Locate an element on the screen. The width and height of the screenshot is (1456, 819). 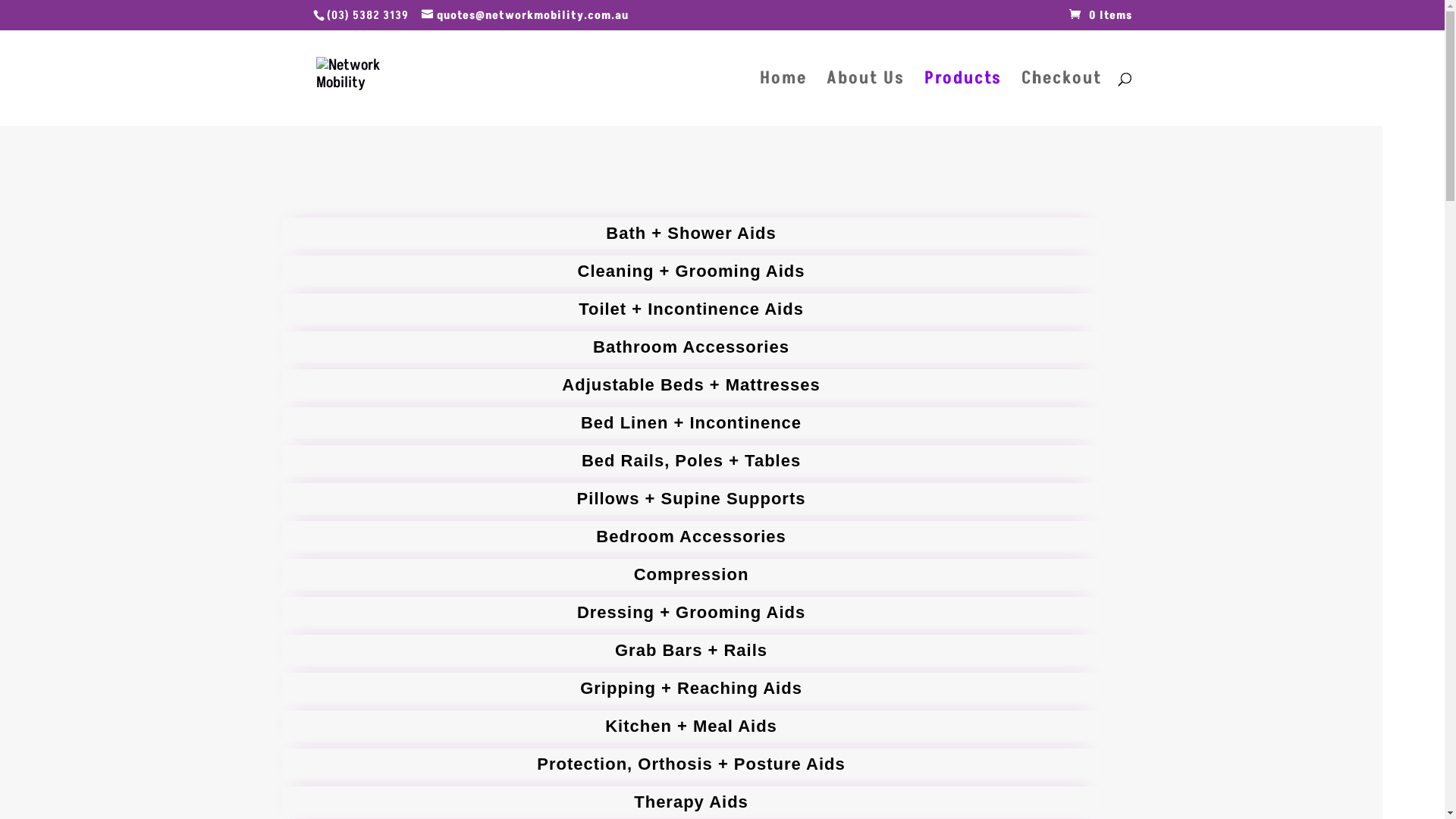
'Bedroom Accessories' is located at coordinates (691, 536).